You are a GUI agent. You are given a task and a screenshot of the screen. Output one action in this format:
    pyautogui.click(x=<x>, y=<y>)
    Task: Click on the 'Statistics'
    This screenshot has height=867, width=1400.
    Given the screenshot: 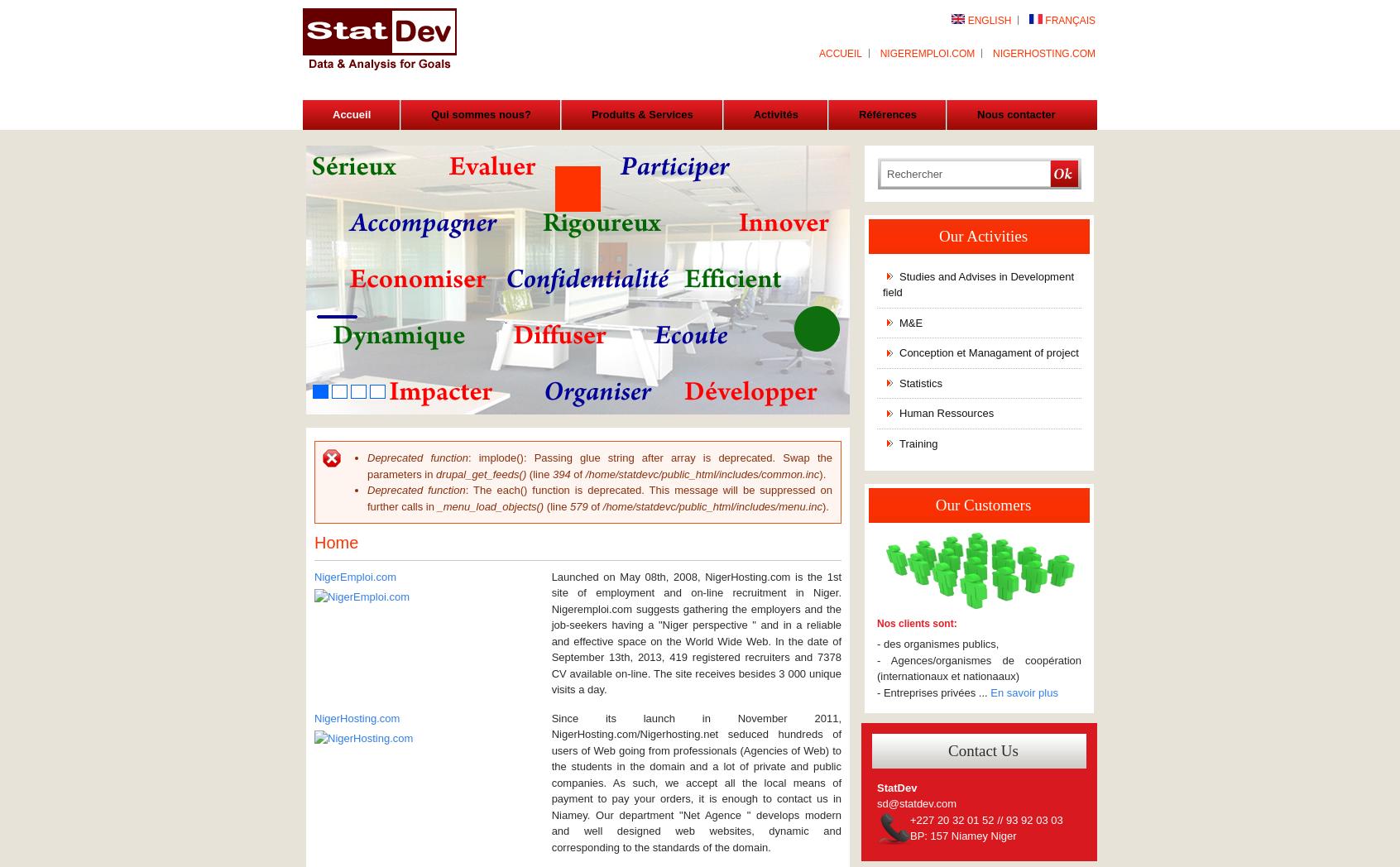 What is the action you would take?
    pyautogui.click(x=920, y=381)
    